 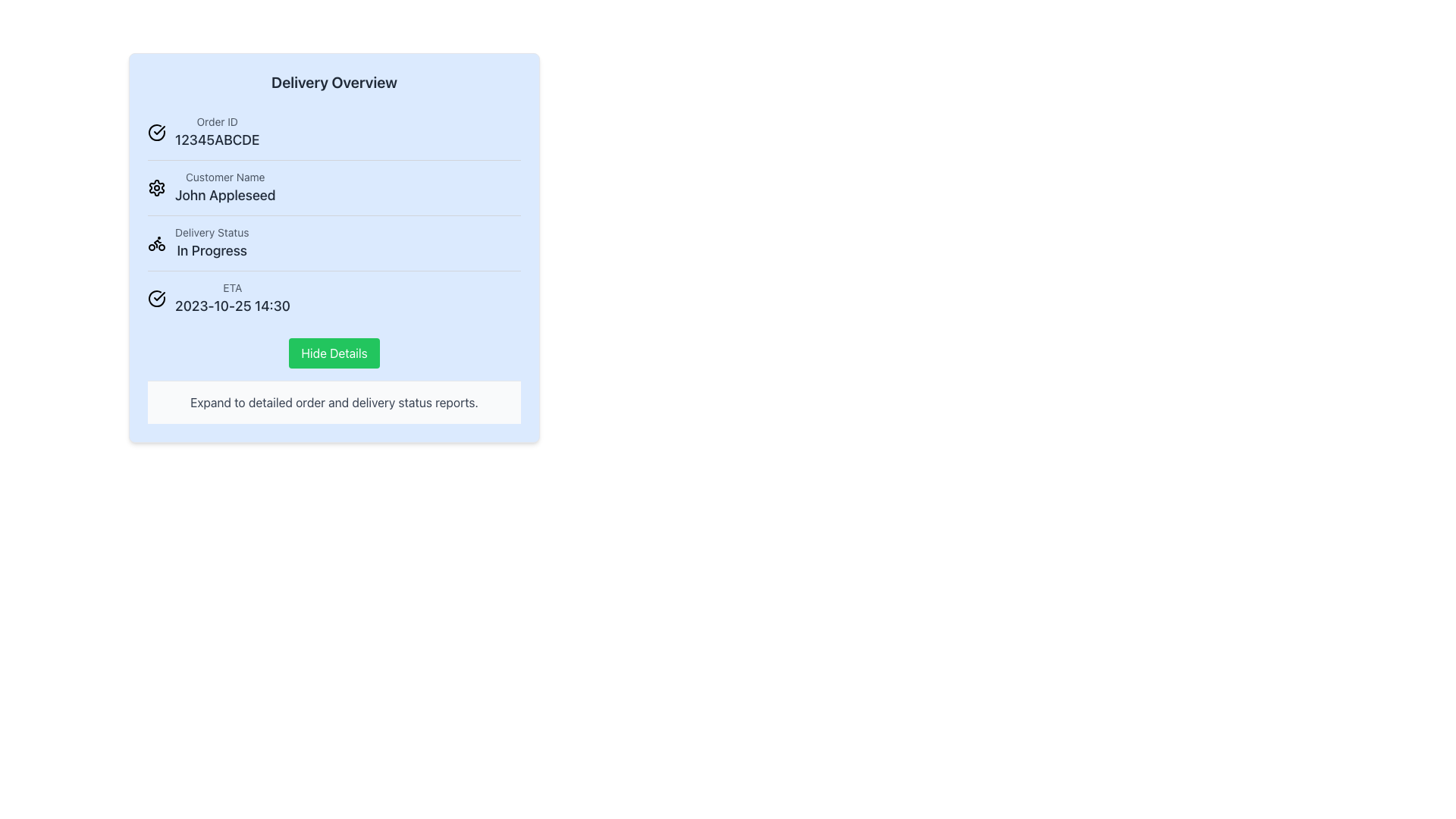 I want to click on the delivery status icon located in the third section of the vertical list within the 'Delivery Overview' card, preceding the text 'Delivery Status' and 'In Progress', so click(x=156, y=242).